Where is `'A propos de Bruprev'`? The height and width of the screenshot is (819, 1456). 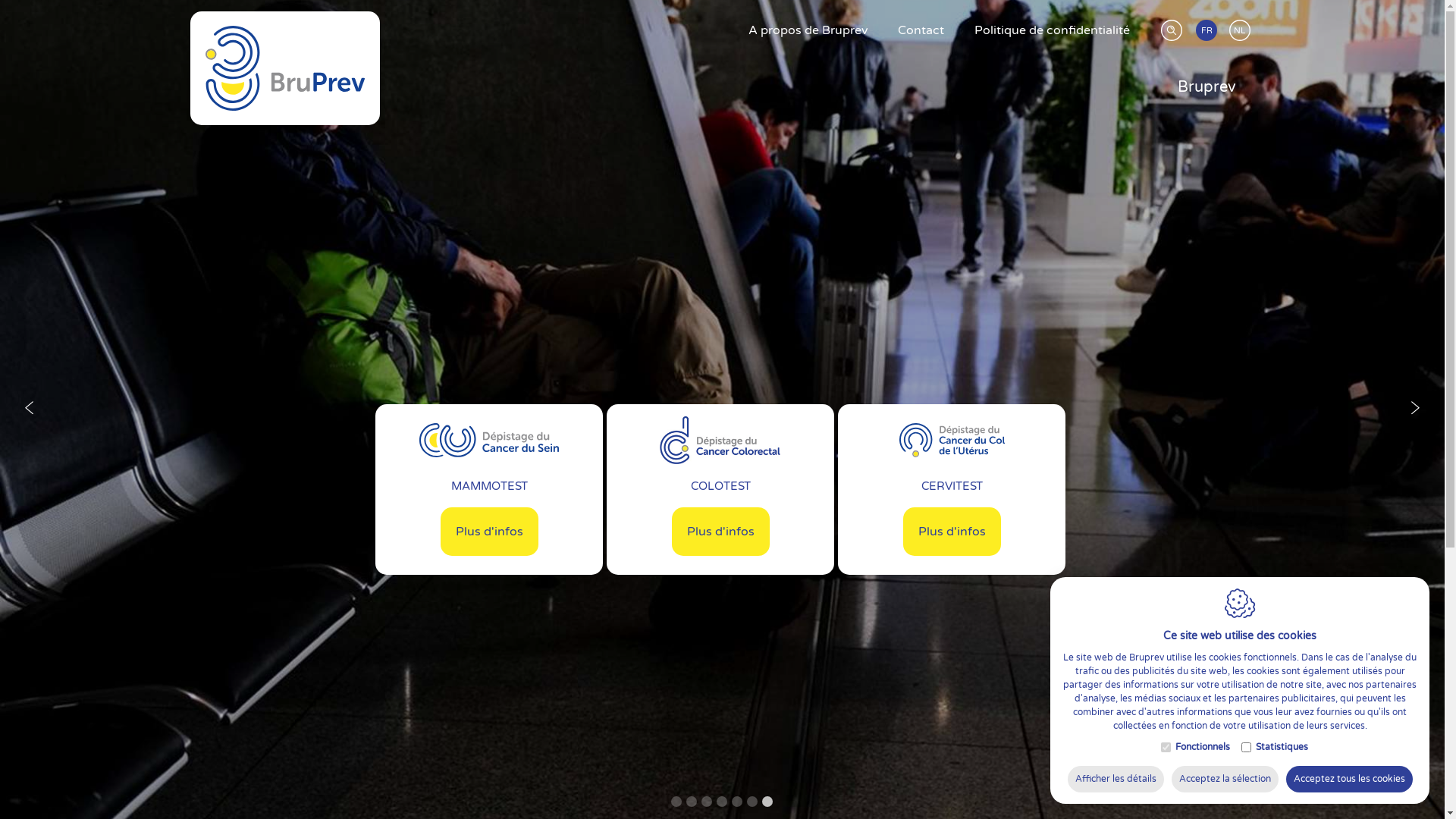 'A propos de Bruprev' is located at coordinates (745, 30).